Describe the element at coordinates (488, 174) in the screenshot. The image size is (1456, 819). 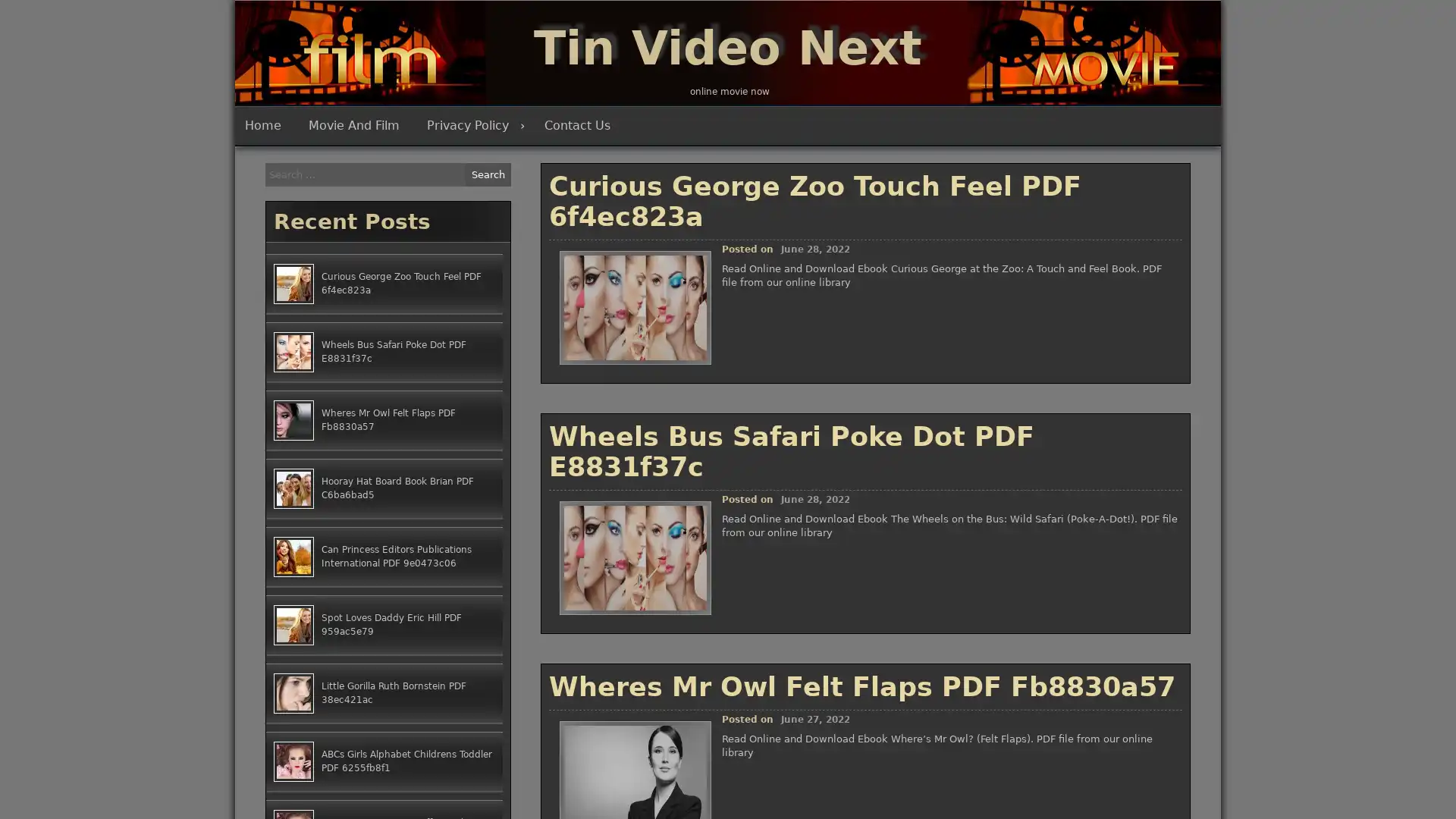
I see `Search` at that location.